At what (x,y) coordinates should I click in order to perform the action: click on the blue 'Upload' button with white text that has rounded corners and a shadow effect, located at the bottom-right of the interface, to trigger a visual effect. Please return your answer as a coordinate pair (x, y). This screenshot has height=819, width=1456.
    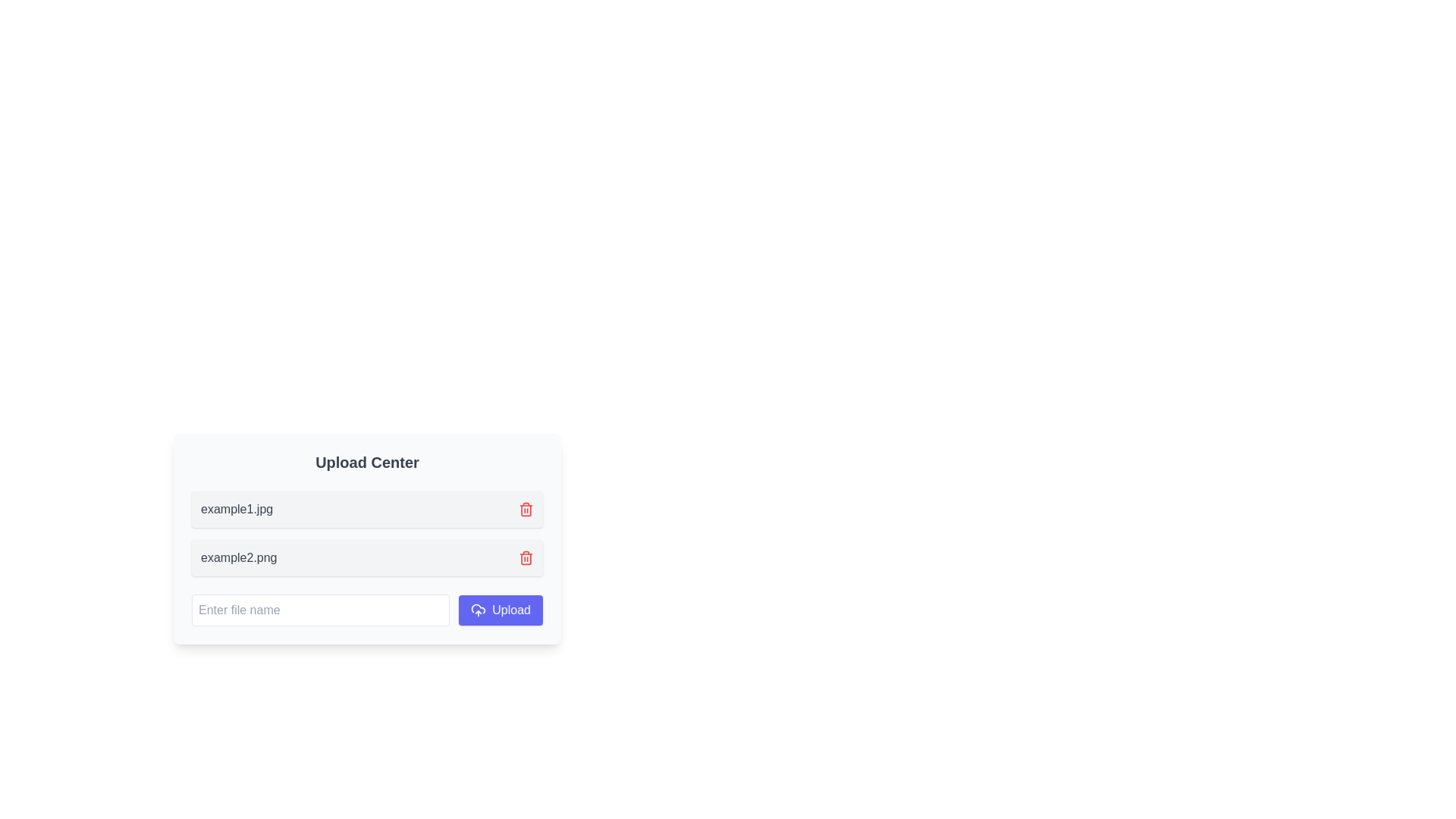
    Looking at the image, I should click on (500, 610).